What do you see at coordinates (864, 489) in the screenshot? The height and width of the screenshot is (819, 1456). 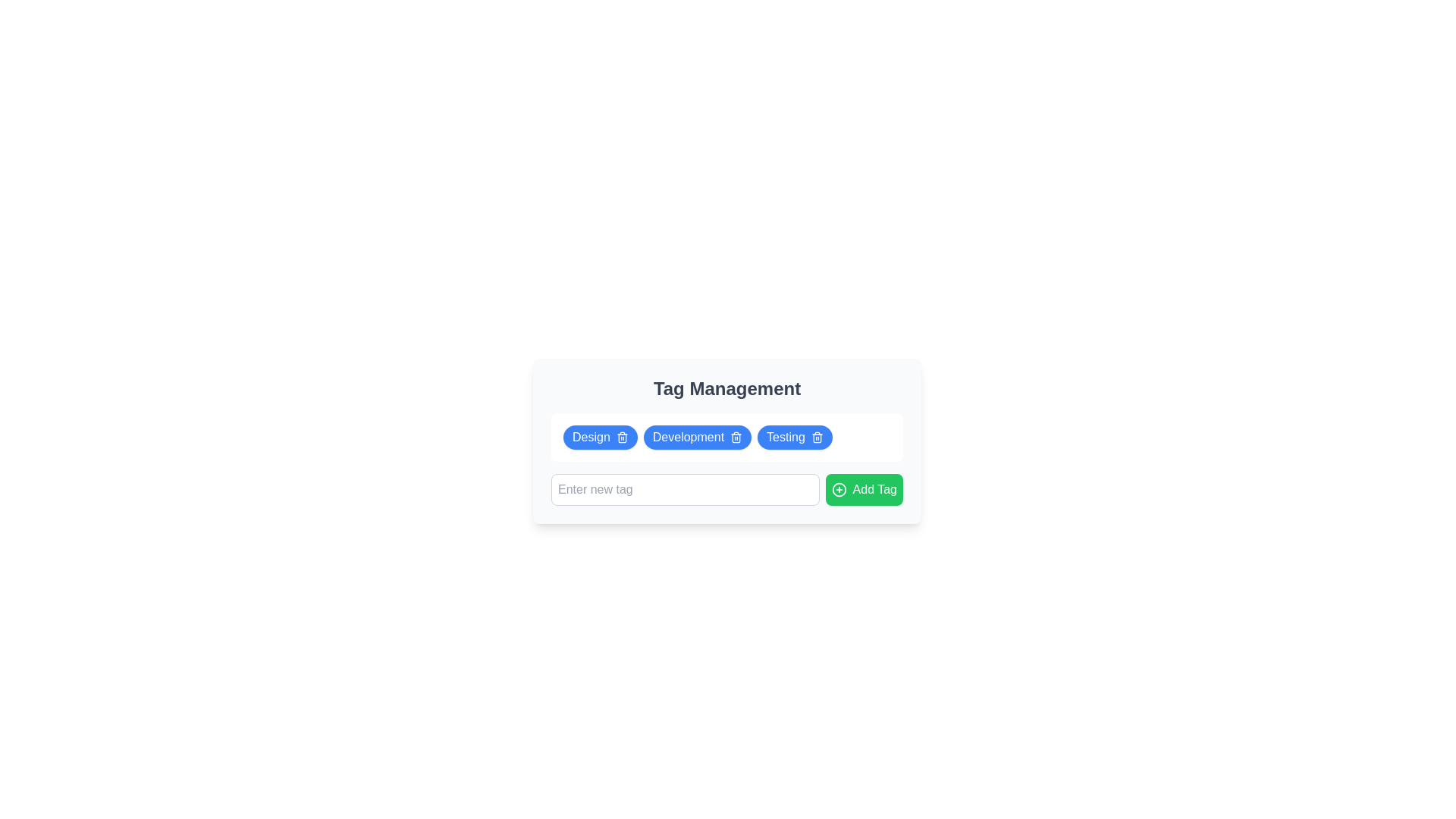 I see `the green 'Add Tag' button with rounded corners` at bounding box center [864, 489].